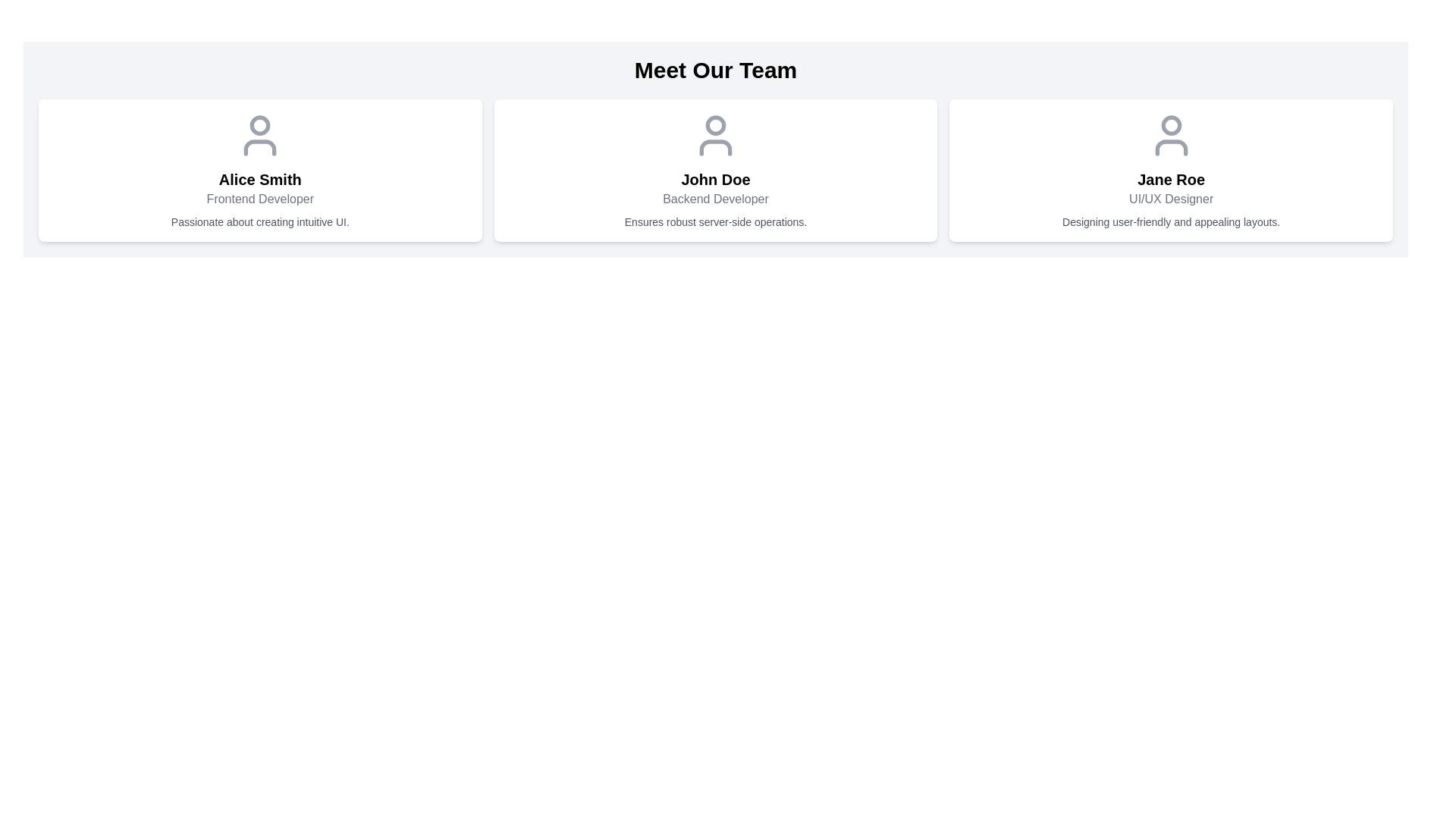  I want to click on the circular SVG shape with a gray outline and white fill, located at the top of Alice Smith's profile card, so click(260, 124).